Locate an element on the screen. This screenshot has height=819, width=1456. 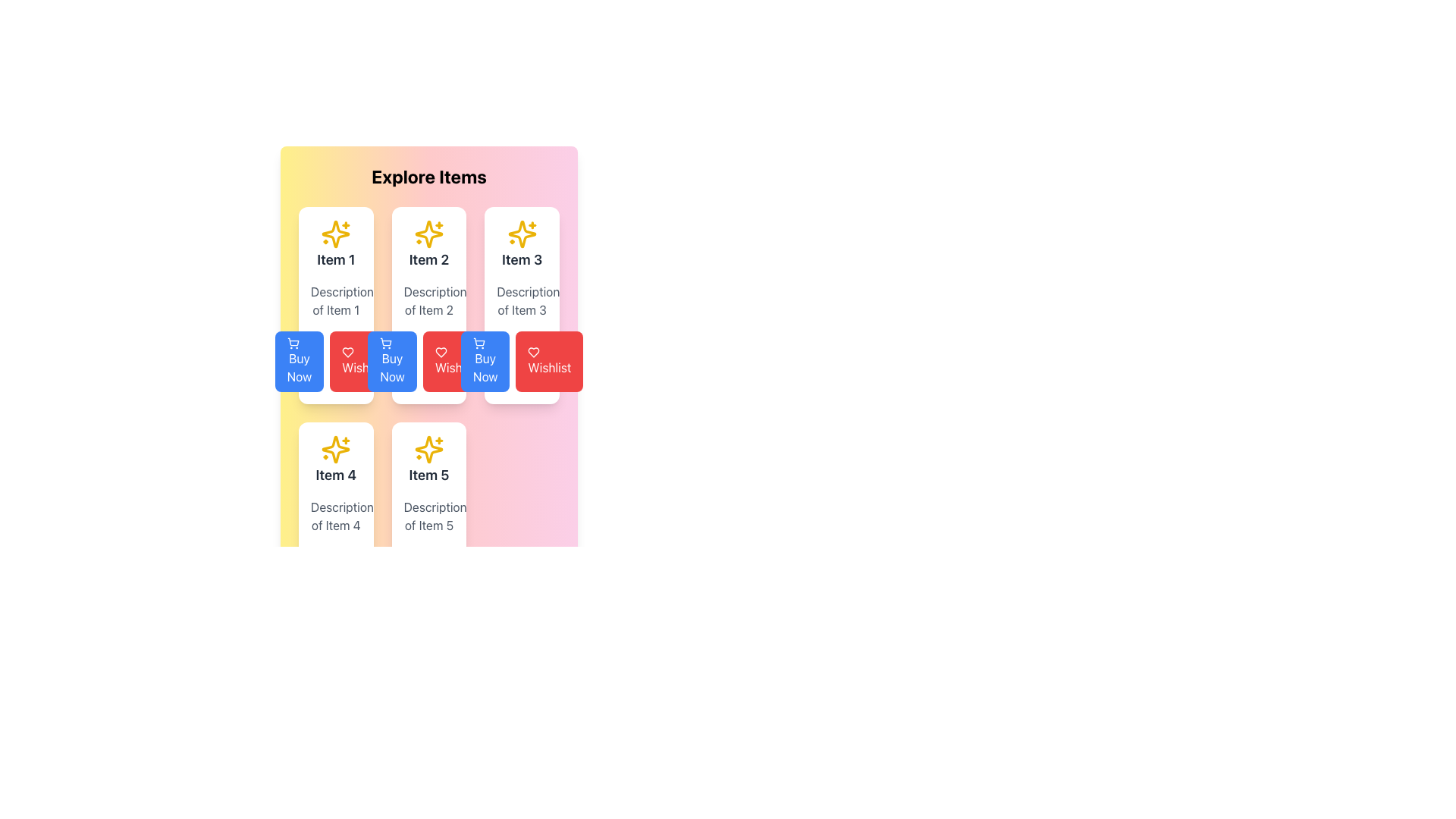
the text element displaying 'Description of Item 3', which is styled in gray and located below the title 'Item 3' within the third card of the 'Explore Items' section is located at coordinates (522, 301).